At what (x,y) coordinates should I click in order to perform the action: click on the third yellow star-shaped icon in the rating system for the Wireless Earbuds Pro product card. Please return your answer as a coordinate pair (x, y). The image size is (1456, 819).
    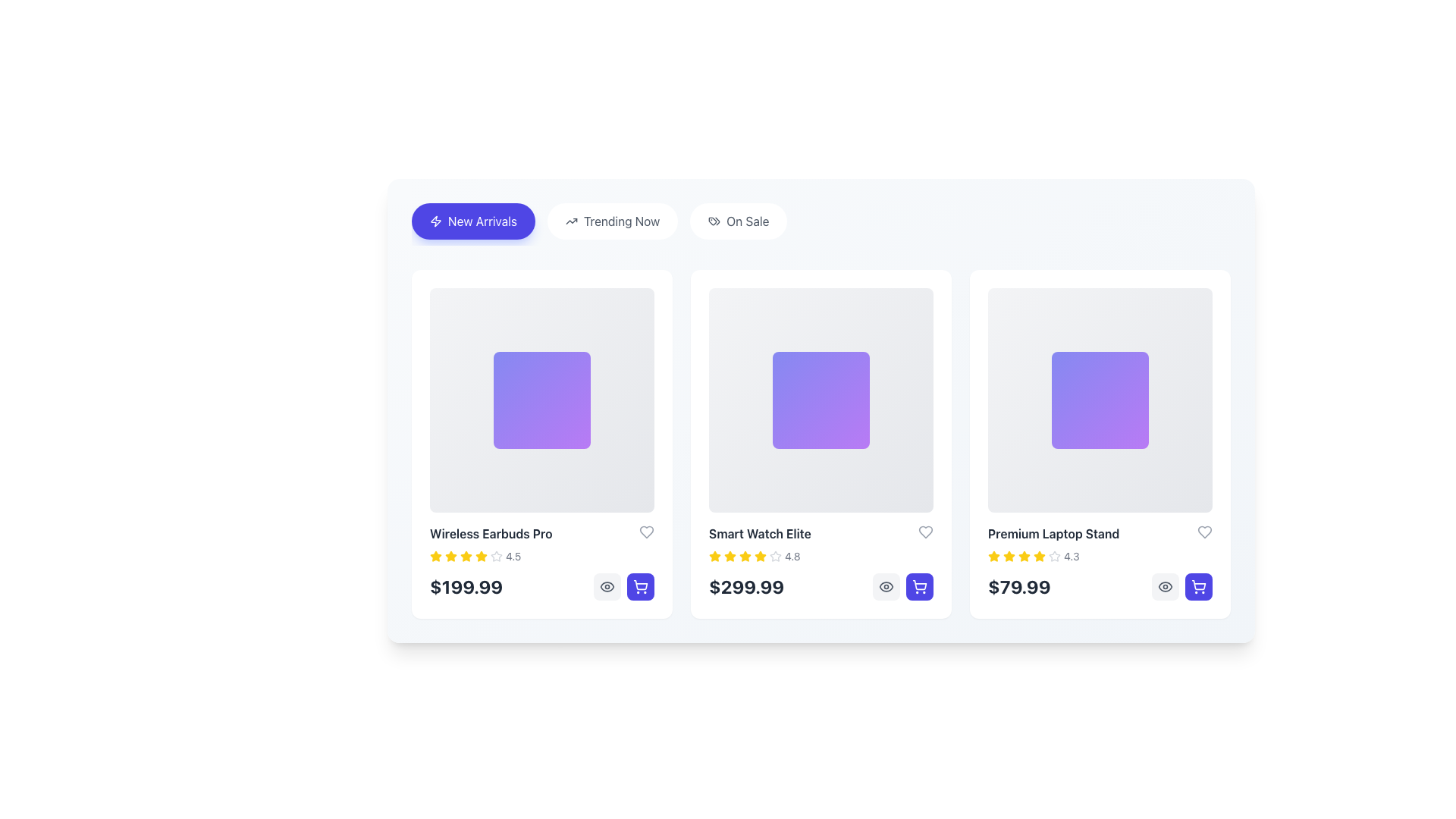
    Looking at the image, I should click on (465, 556).